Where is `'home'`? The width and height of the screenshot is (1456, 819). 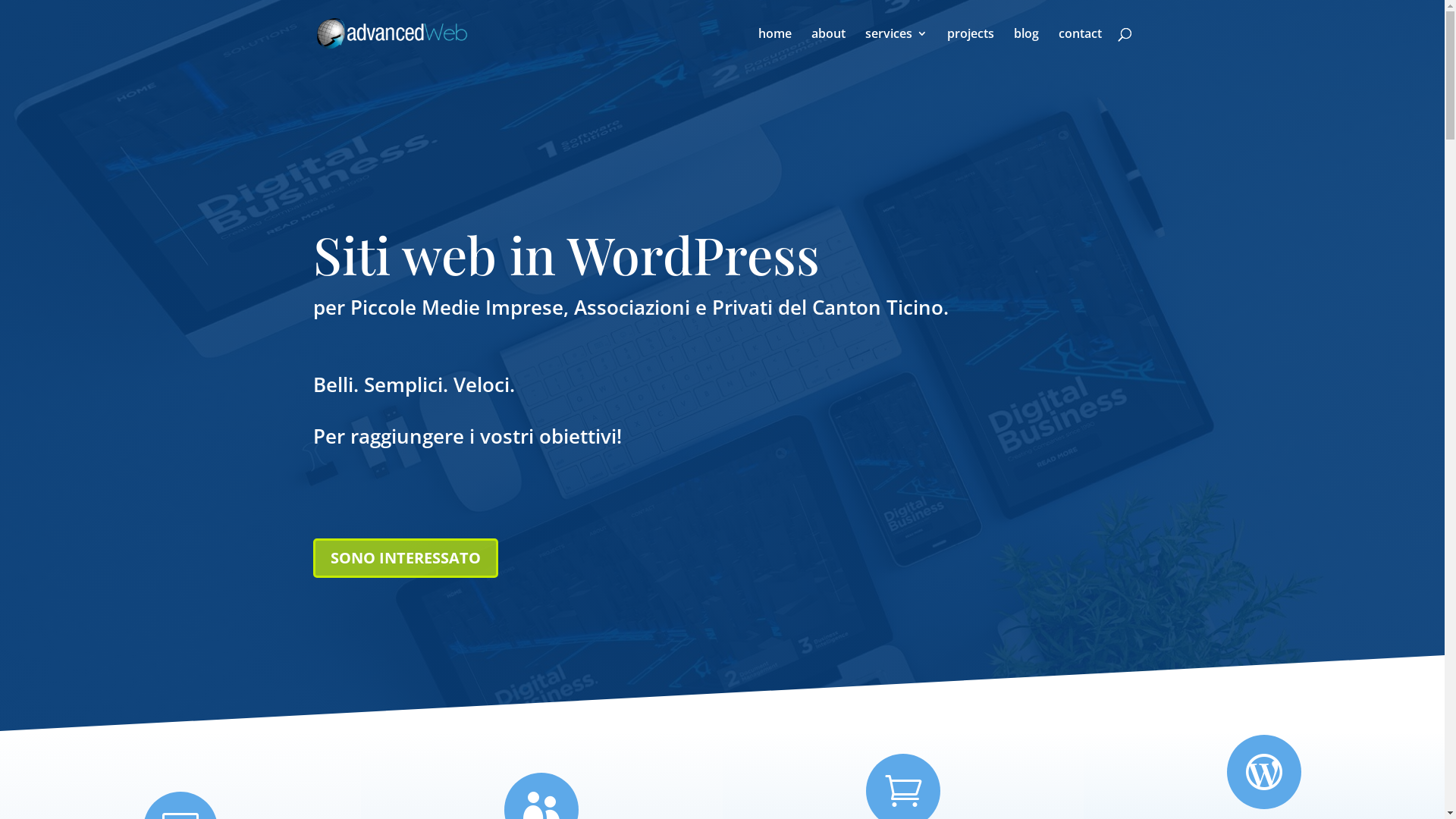
'home' is located at coordinates (775, 46).